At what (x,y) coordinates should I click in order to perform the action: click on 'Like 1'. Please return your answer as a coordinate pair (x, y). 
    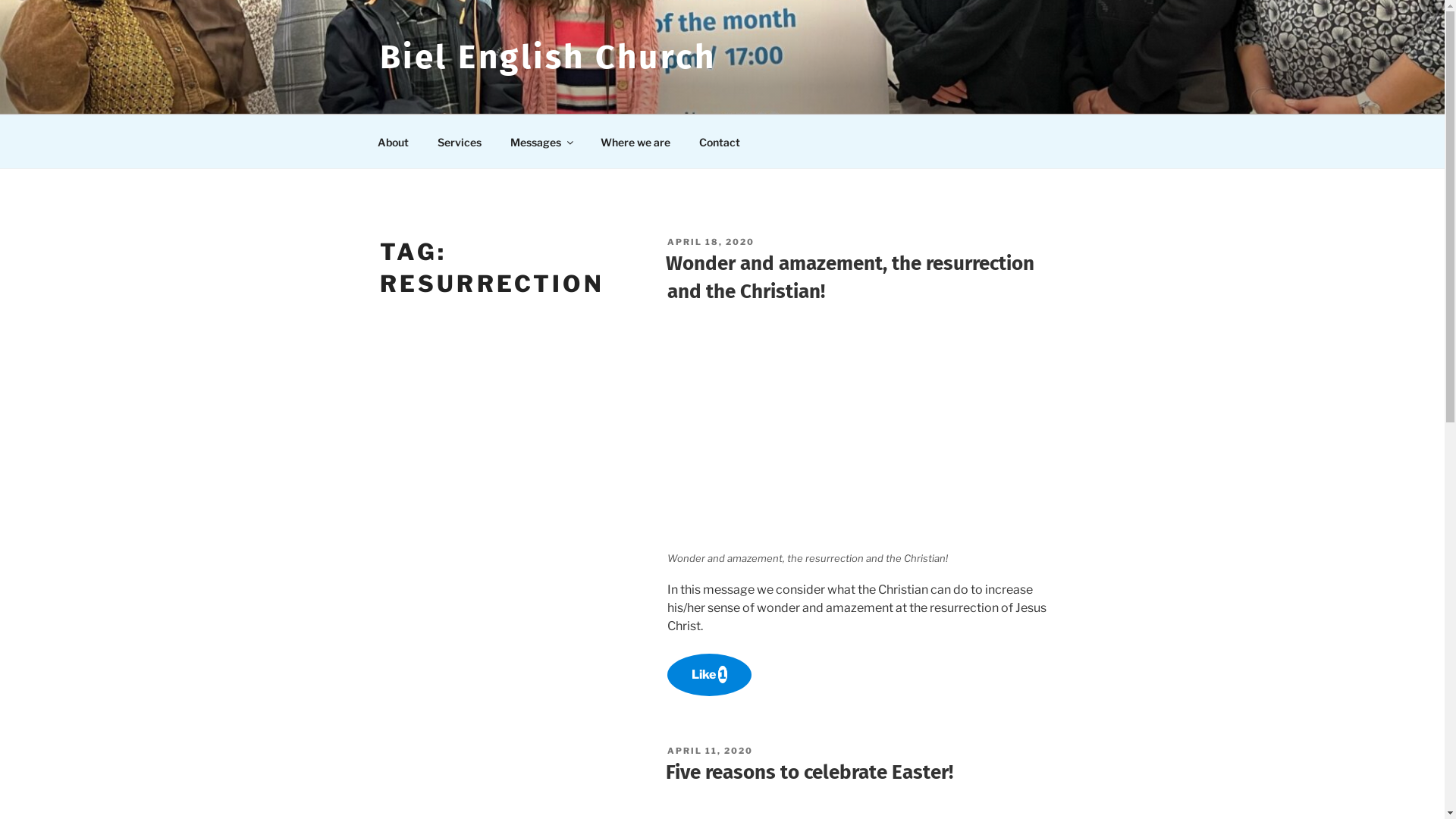
    Looking at the image, I should click on (708, 674).